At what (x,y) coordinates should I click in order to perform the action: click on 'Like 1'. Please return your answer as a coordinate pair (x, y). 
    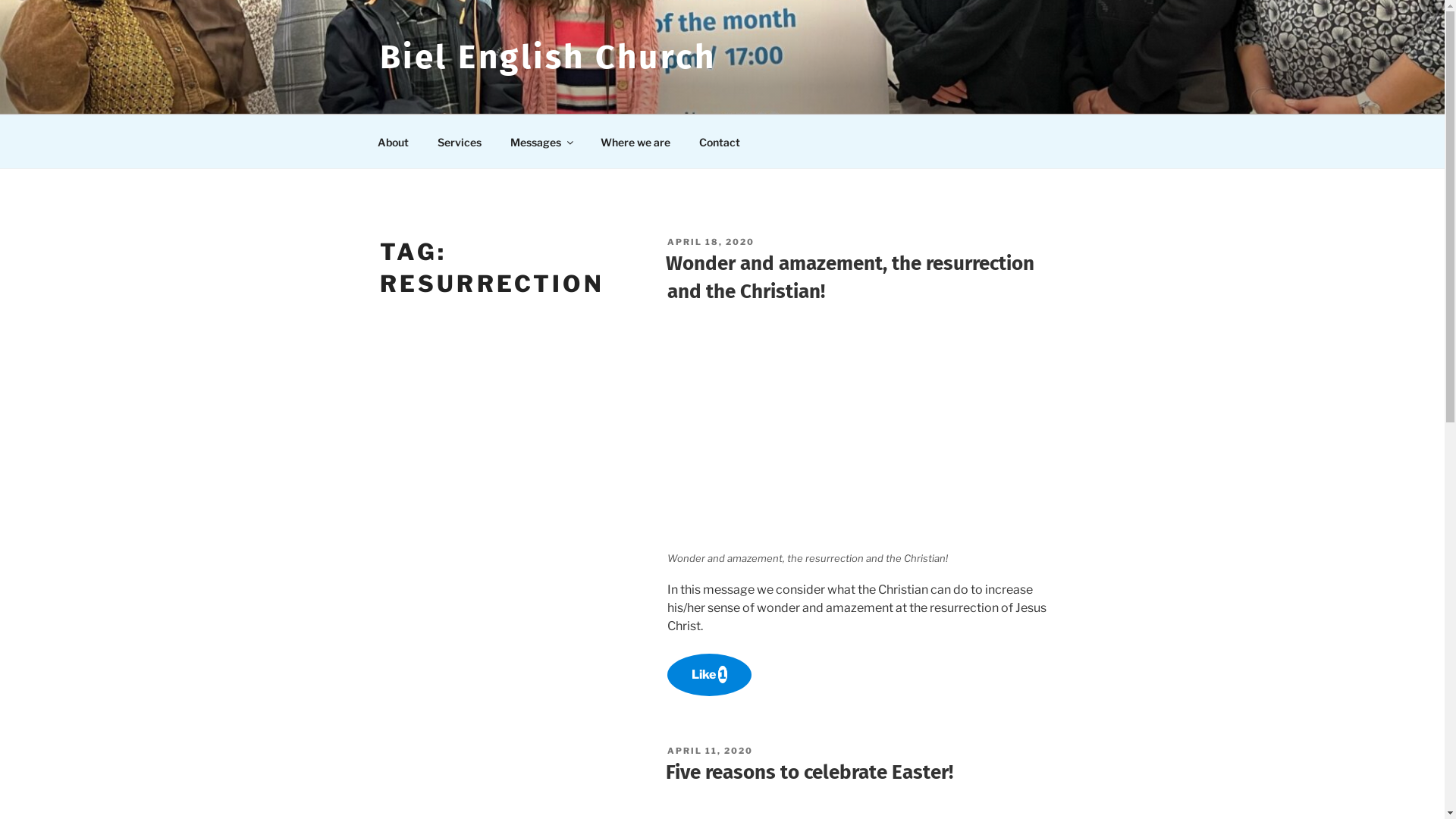
    Looking at the image, I should click on (708, 674).